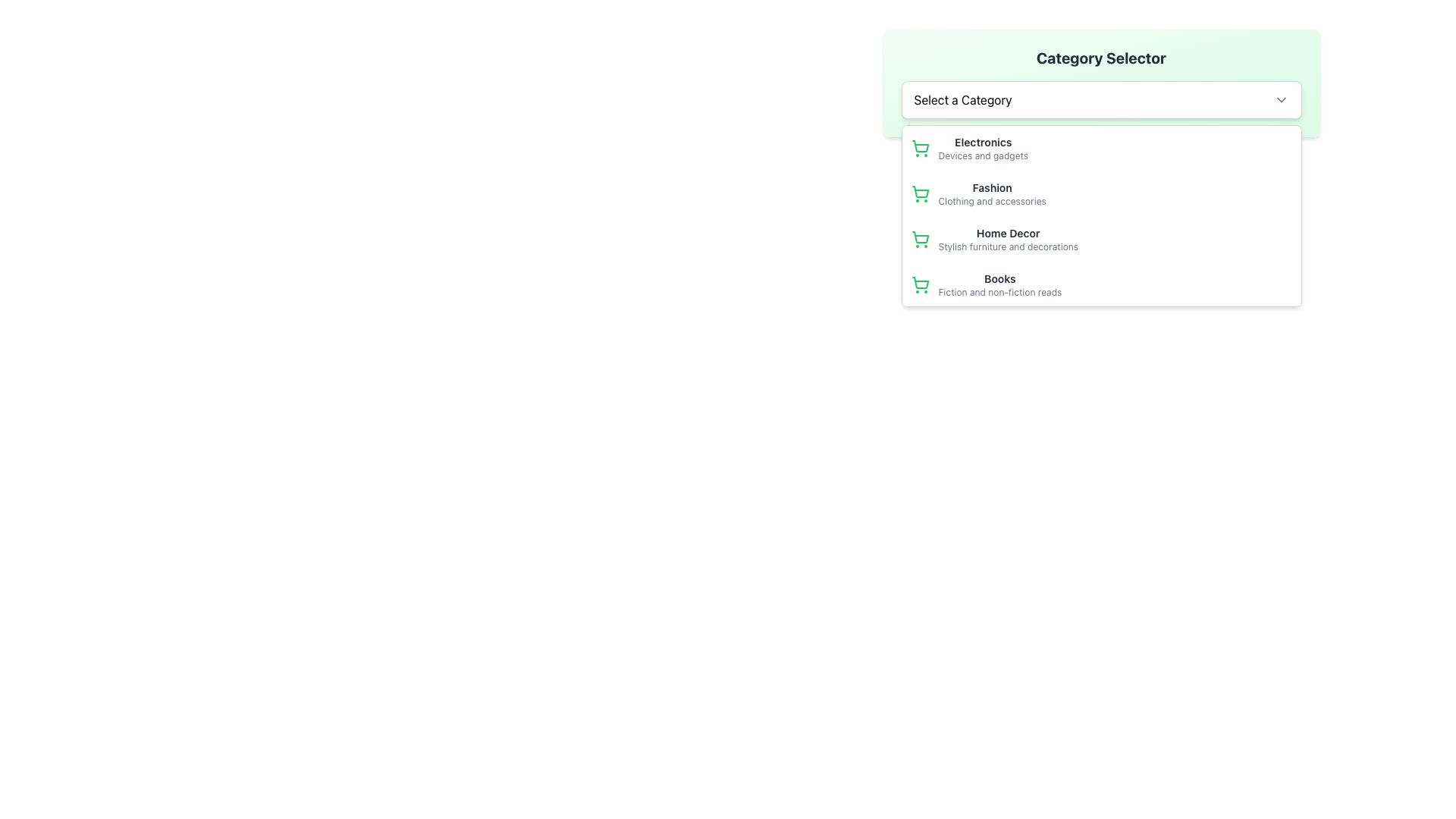  Describe the element at coordinates (983, 149) in the screenshot. I see `the 'Electronics' text label within the category selector dropdown` at that location.